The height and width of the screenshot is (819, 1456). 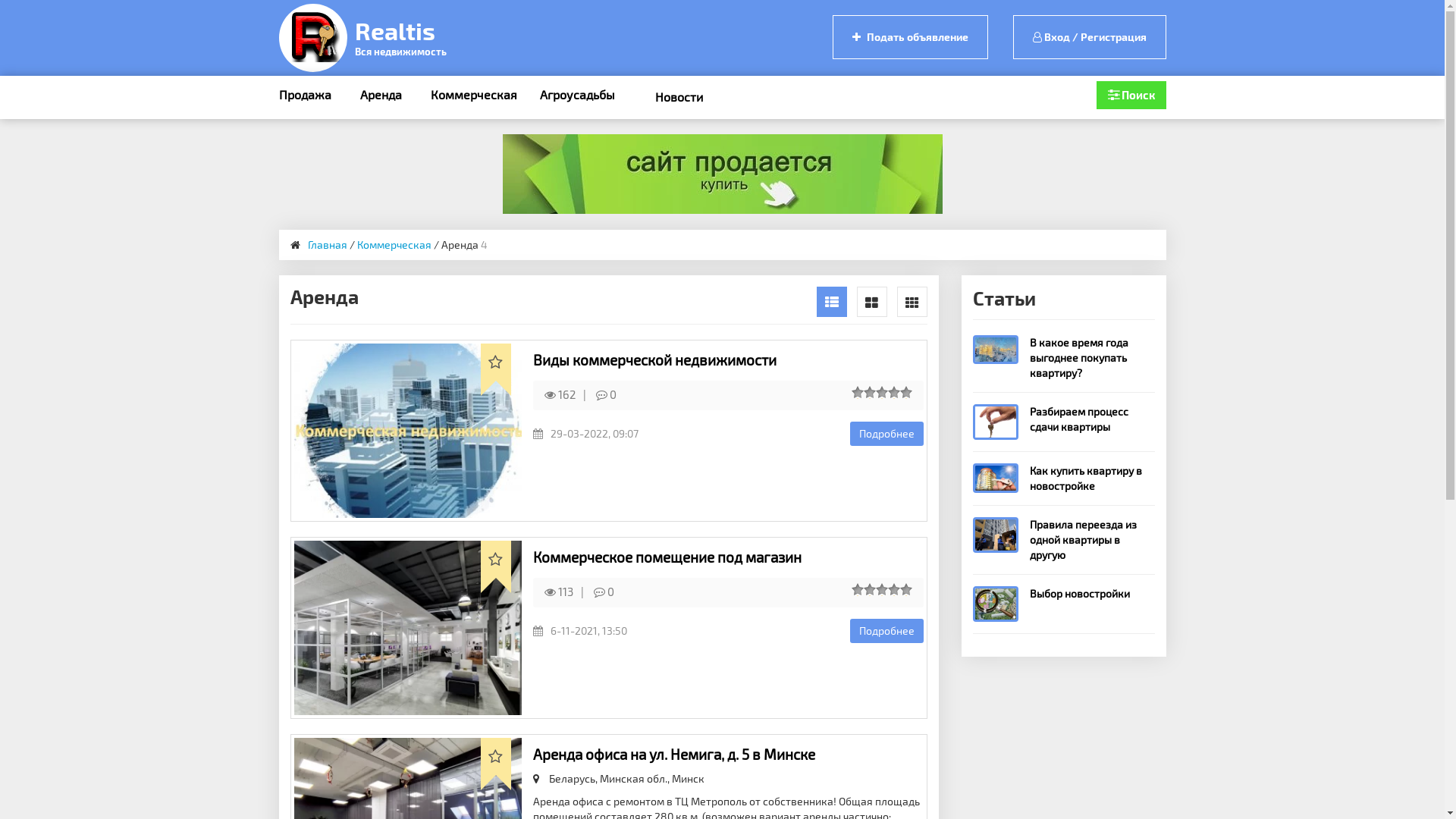 What do you see at coordinates (896, 391) in the screenshot?
I see `'4'` at bounding box center [896, 391].